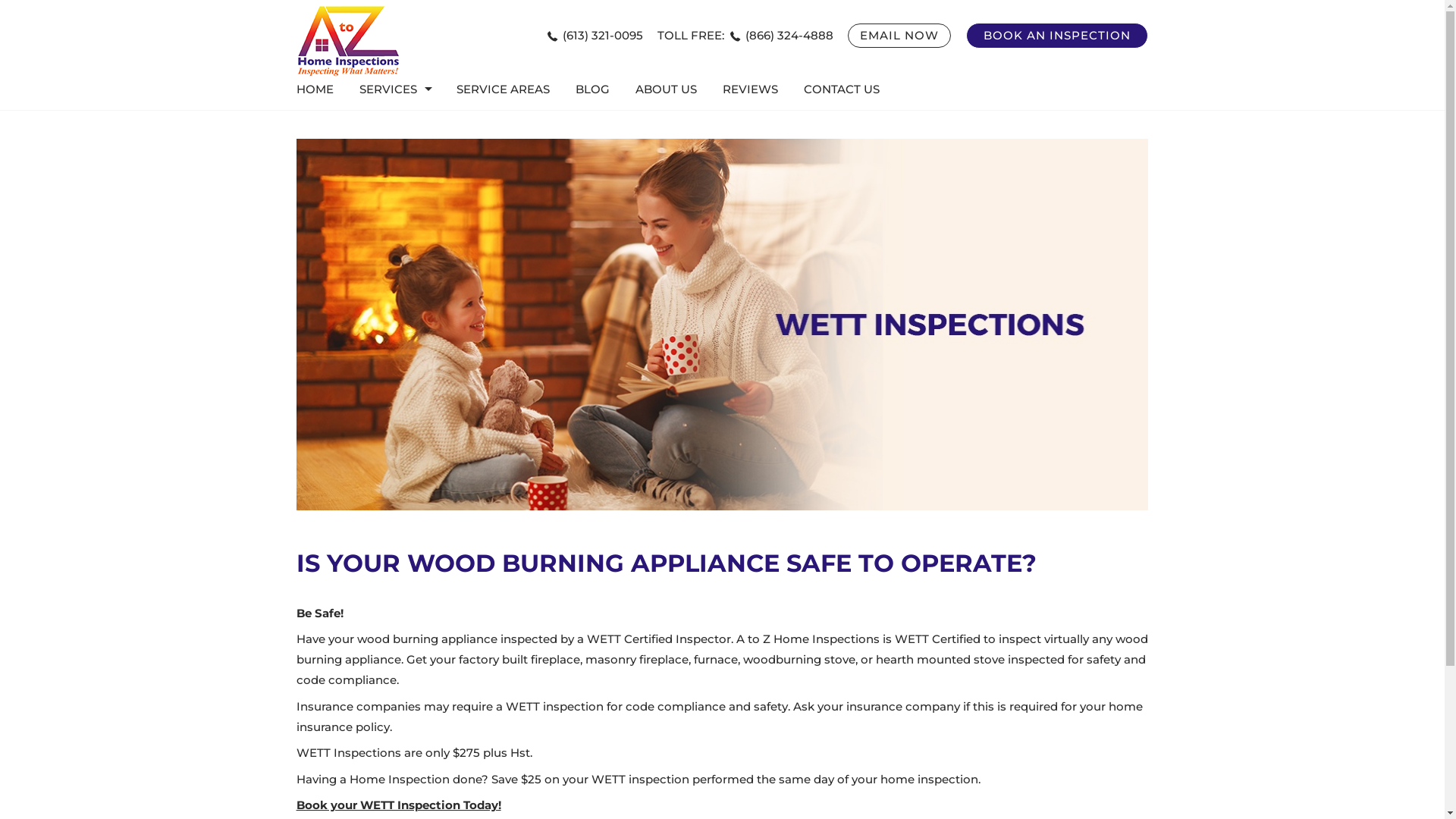 The image size is (1456, 819). What do you see at coordinates (840, 89) in the screenshot?
I see `'CONTACT US'` at bounding box center [840, 89].